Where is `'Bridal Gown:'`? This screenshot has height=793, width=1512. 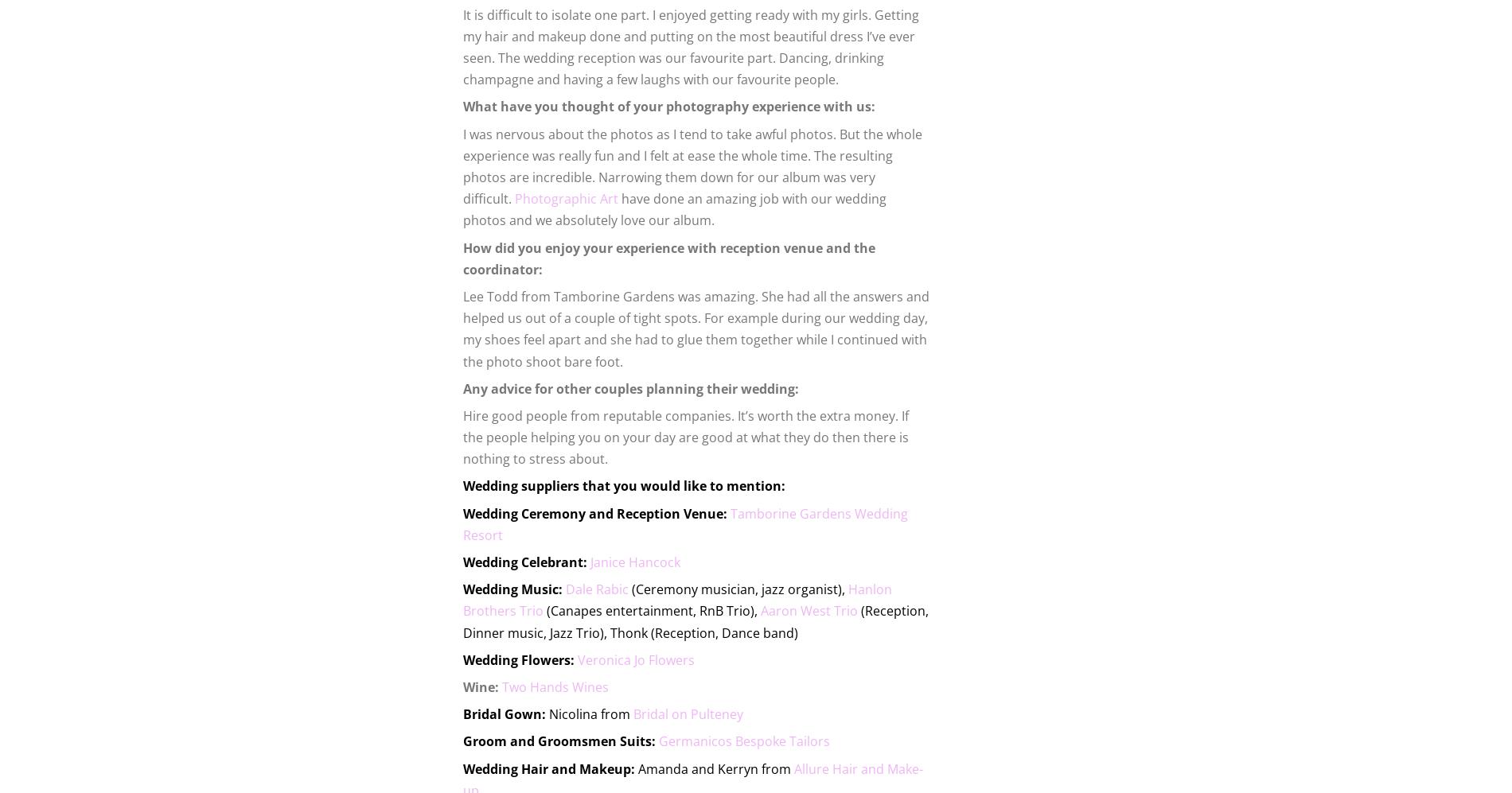
'Bridal Gown:' is located at coordinates (505, 713).